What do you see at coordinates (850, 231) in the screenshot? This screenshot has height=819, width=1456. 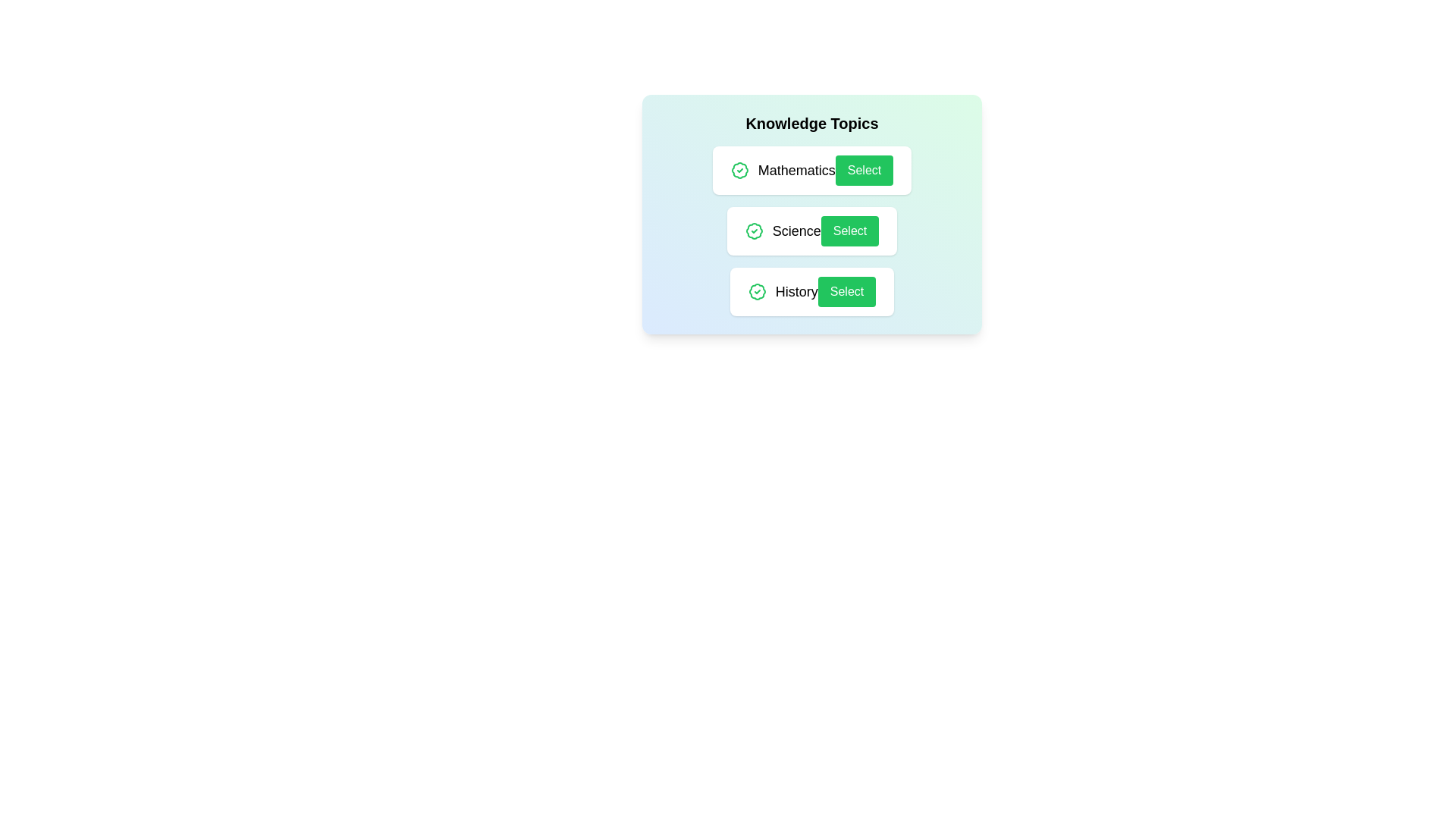 I see `'Select' button for the topic Science` at bounding box center [850, 231].